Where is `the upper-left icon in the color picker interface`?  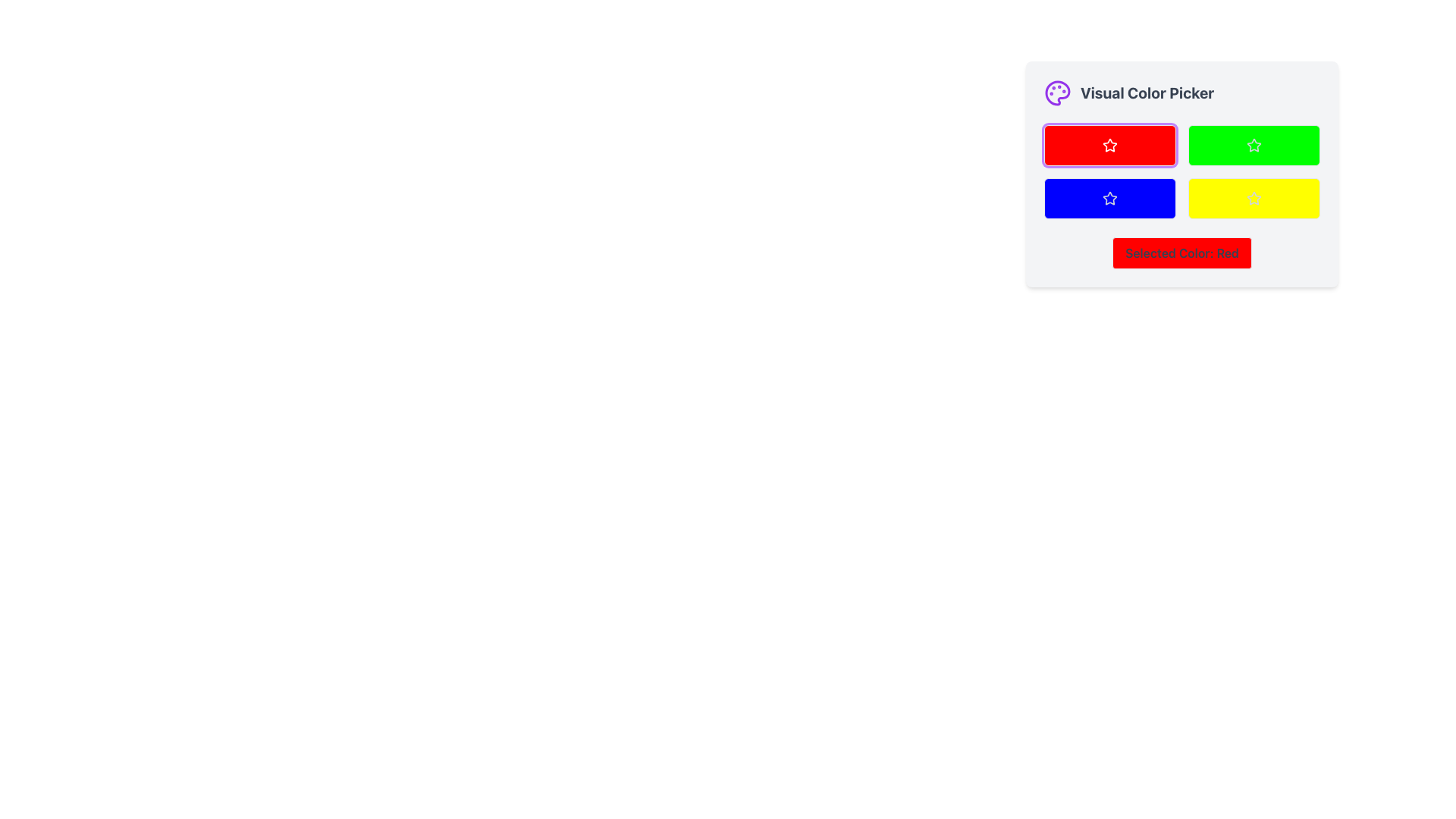
the upper-left icon in the color picker interface is located at coordinates (1110, 146).